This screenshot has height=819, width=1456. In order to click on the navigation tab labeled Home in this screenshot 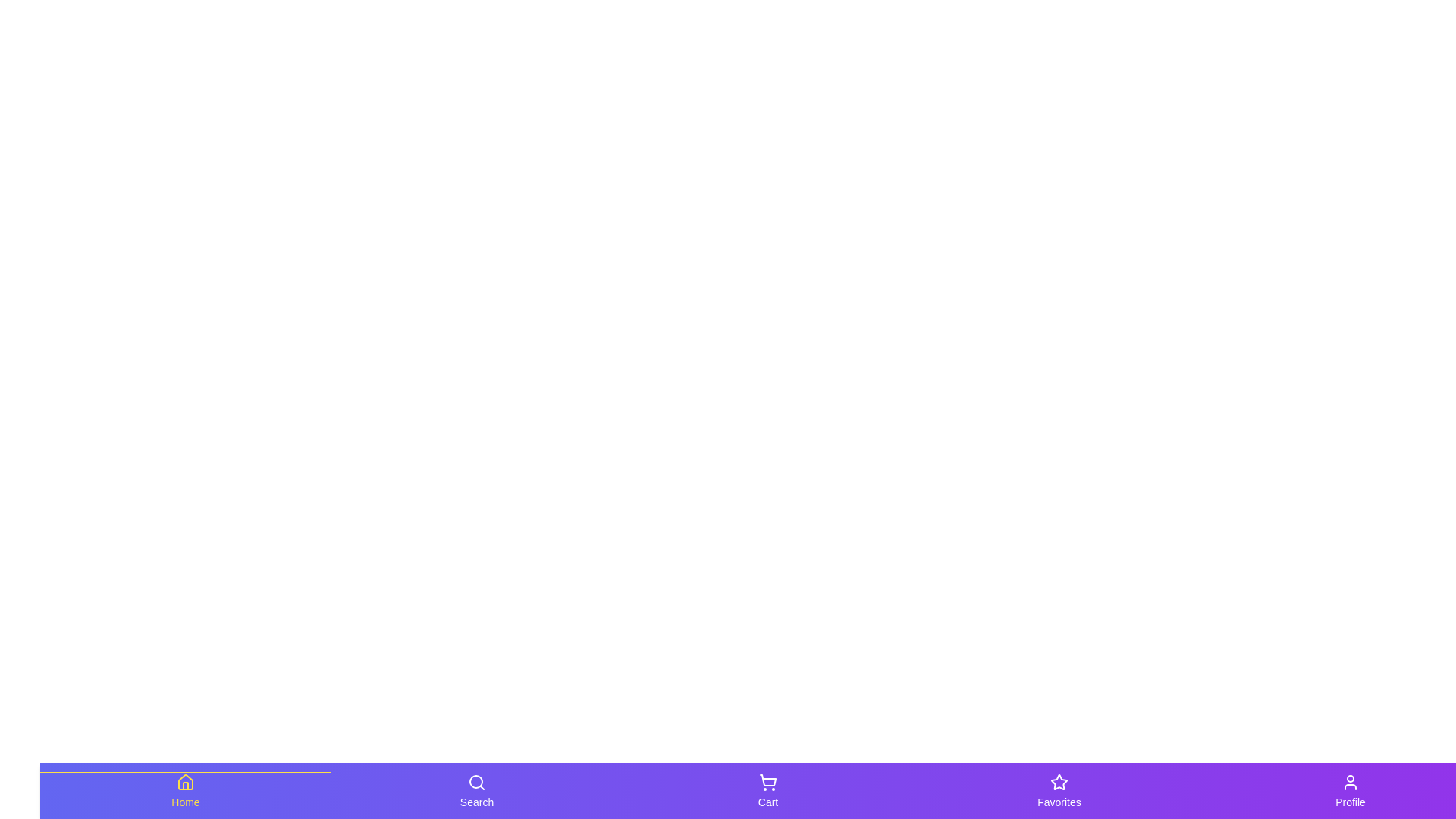, I will do `click(184, 789)`.